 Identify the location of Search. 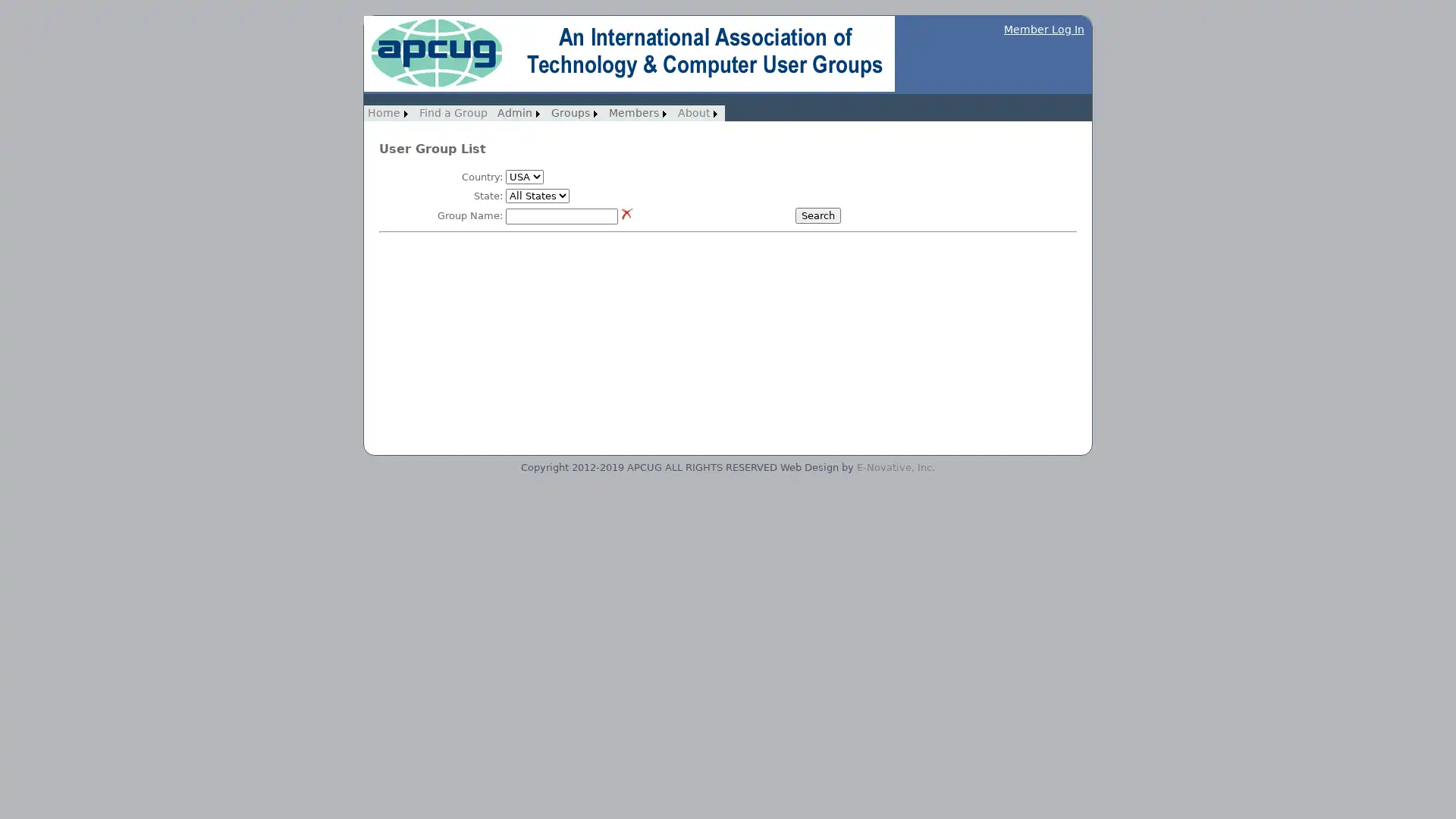
(817, 215).